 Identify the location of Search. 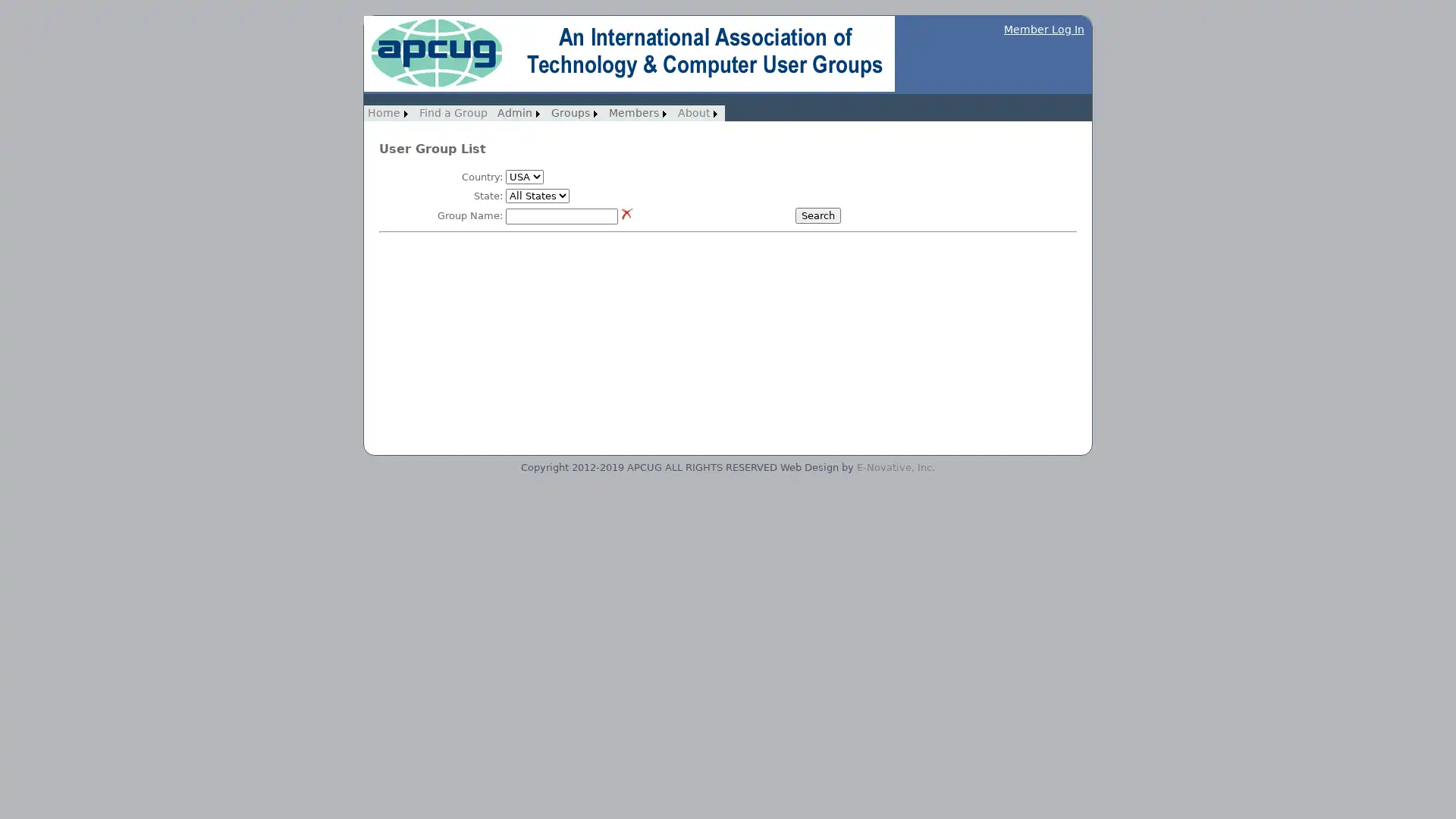
(817, 215).